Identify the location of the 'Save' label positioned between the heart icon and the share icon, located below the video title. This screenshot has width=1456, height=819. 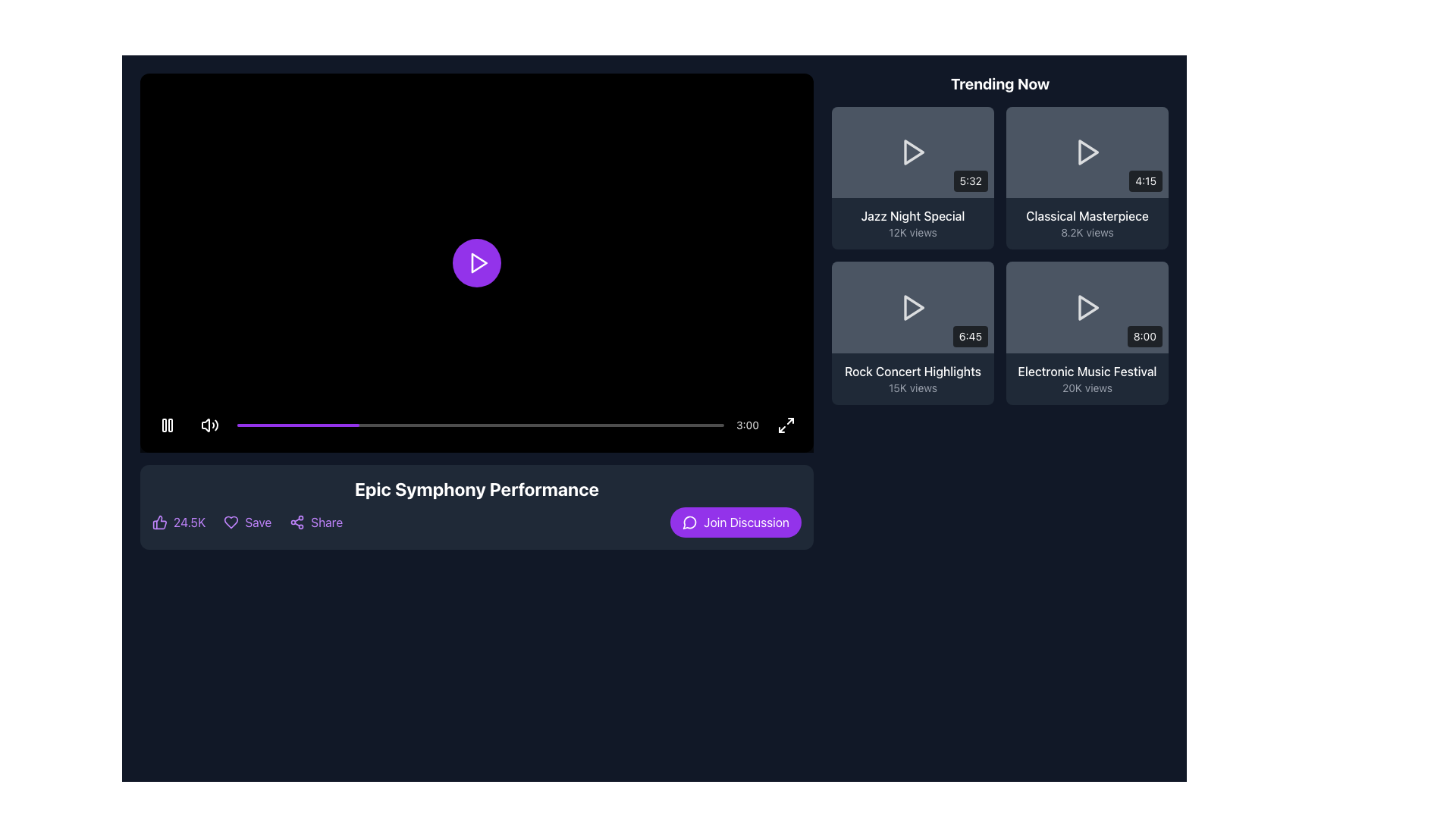
(258, 521).